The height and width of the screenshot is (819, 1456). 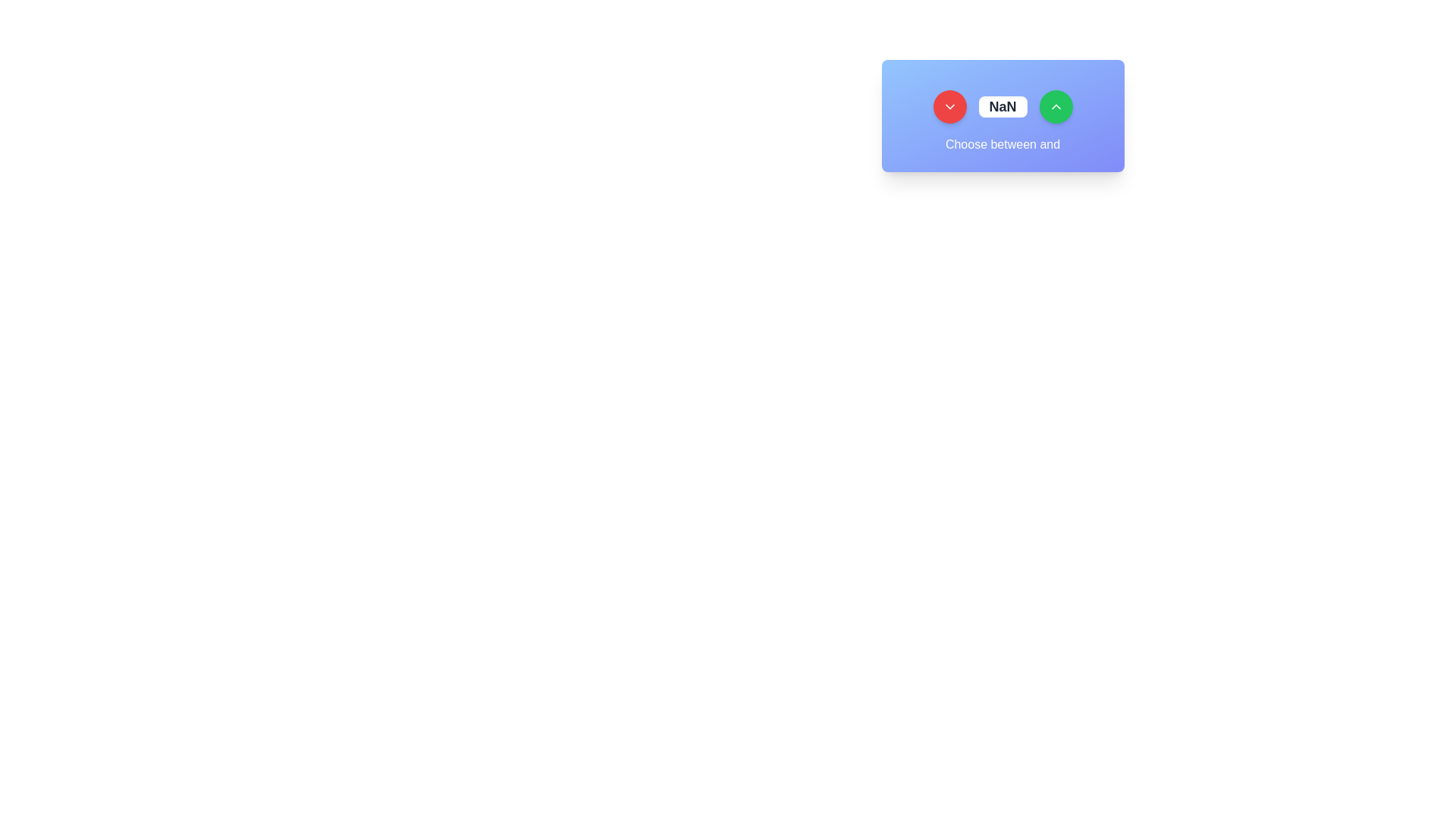 I want to click on the circular red button with a downward chevron icon located to the left of the numeric input box labeled 'NaN', so click(x=949, y=106).